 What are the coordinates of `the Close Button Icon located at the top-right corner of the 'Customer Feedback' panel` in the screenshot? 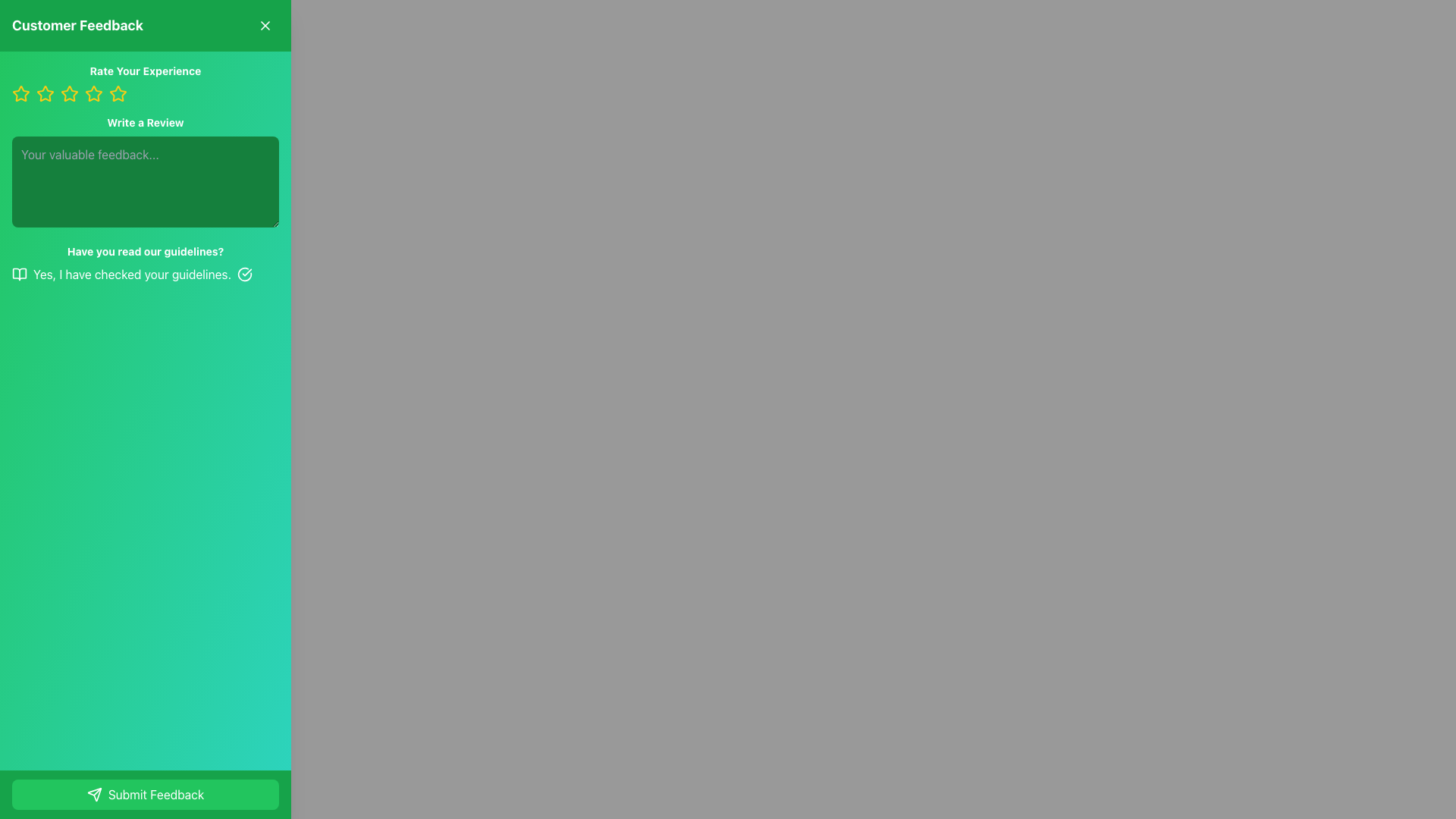 It's located at (265, 26).